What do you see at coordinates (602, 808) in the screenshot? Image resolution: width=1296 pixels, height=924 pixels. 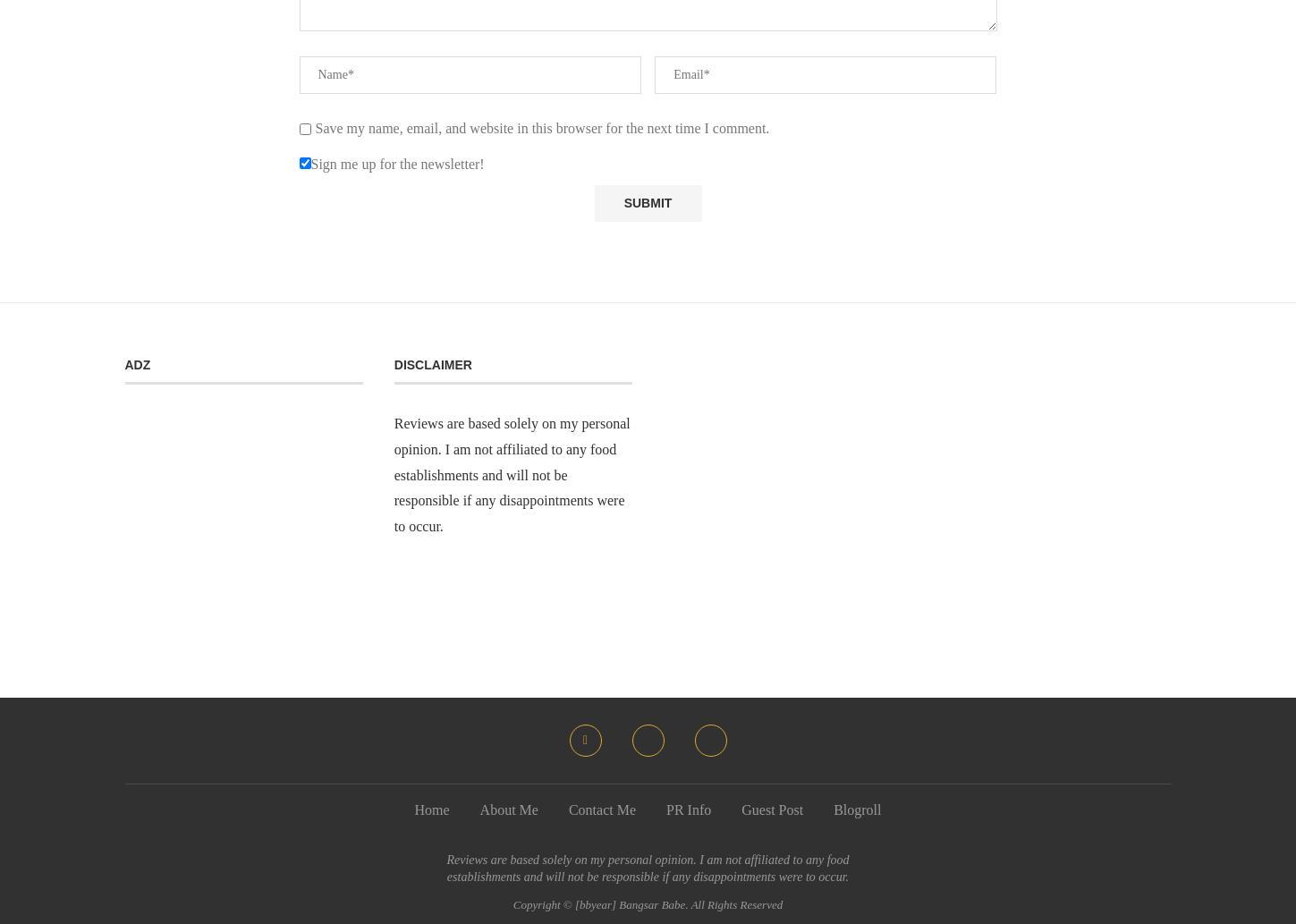 I see `'Contact Me'` at bounding box center [602, 808].